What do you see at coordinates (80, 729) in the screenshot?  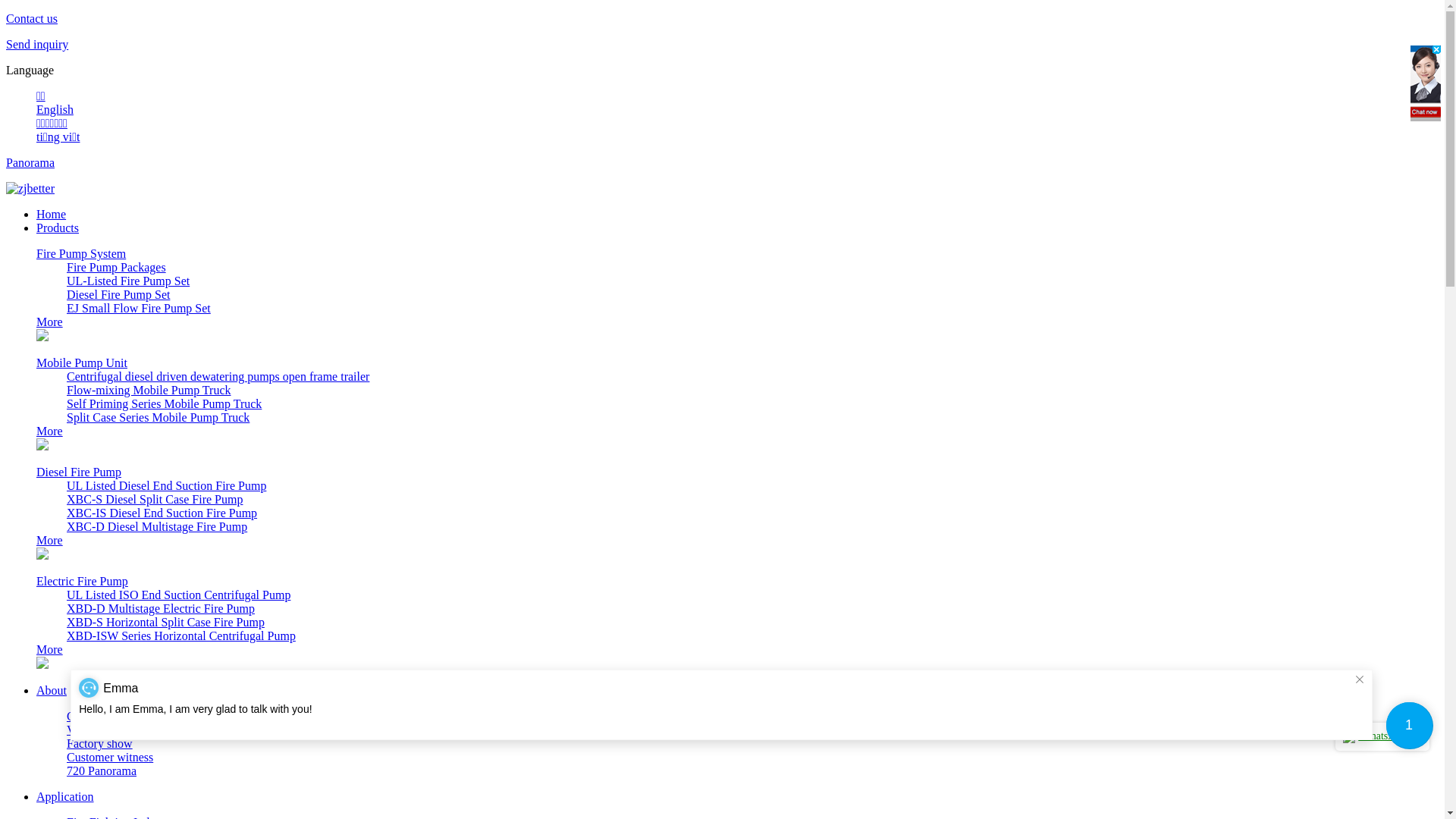 I see `'Video'` at bounding box center [80, 729].